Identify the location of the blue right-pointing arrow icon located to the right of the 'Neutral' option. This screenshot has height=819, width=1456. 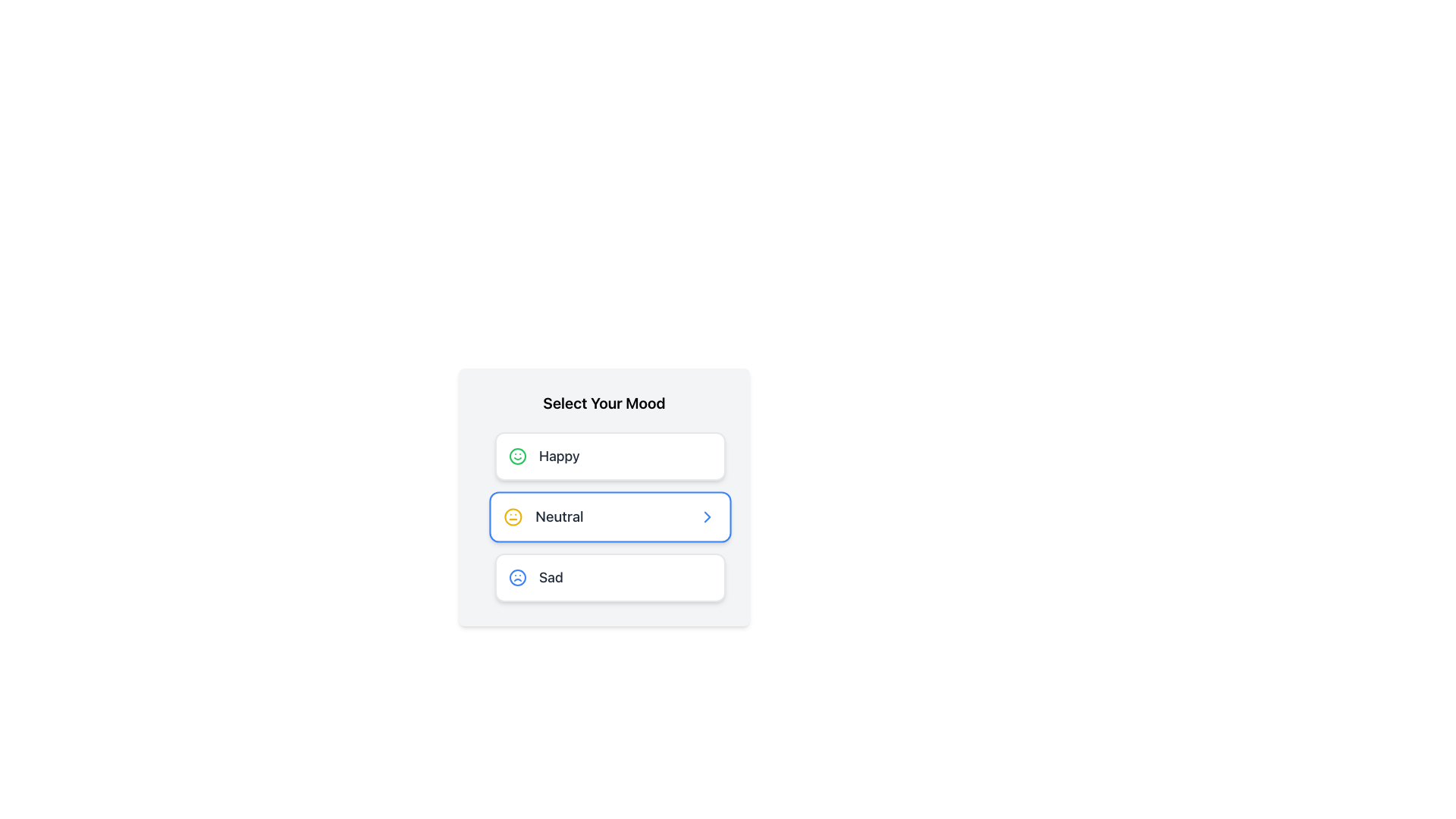
(706, 516).